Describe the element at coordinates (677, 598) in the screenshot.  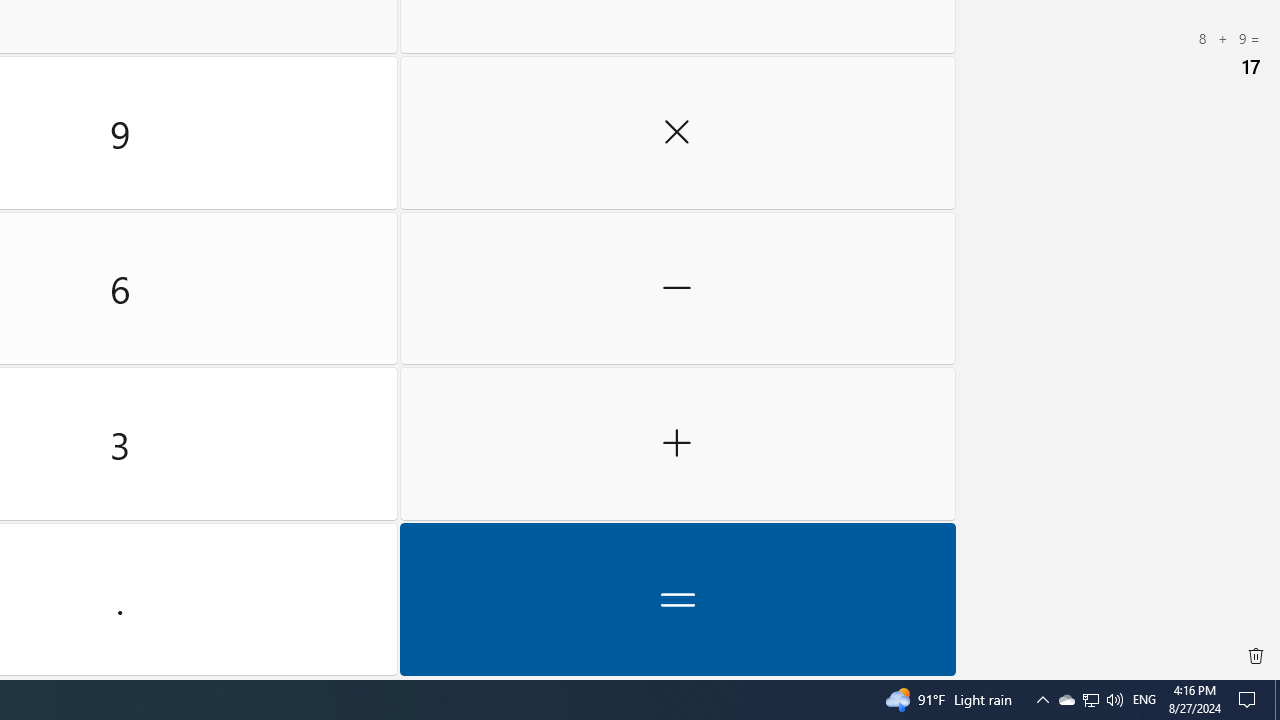
I see `'Equals'` at that location.